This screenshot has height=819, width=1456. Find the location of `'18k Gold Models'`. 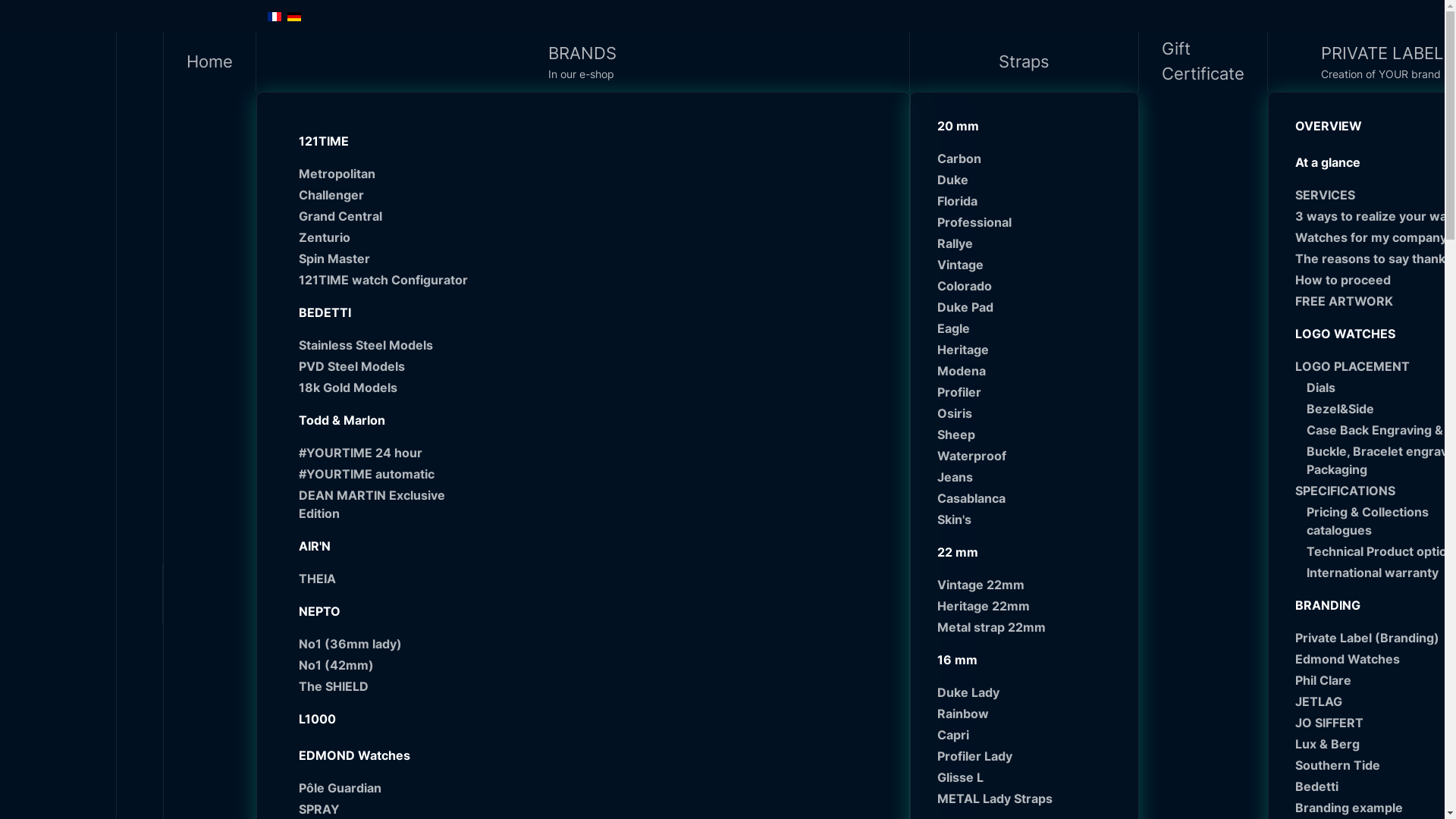

'18k Gold Models' is located at coordinates (384, 386).